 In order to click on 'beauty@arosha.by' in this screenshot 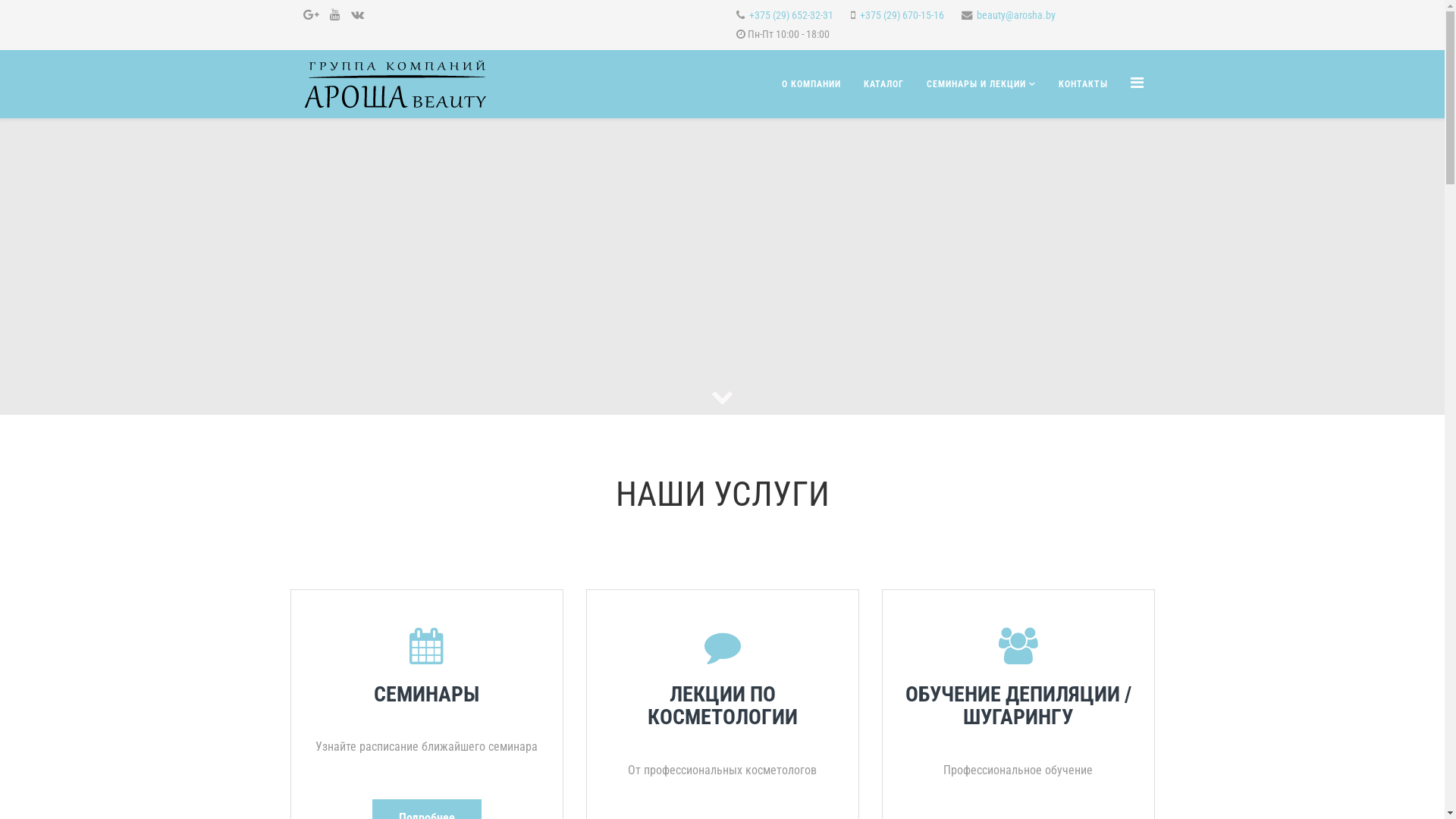, I will do `click(1015, 15)`.